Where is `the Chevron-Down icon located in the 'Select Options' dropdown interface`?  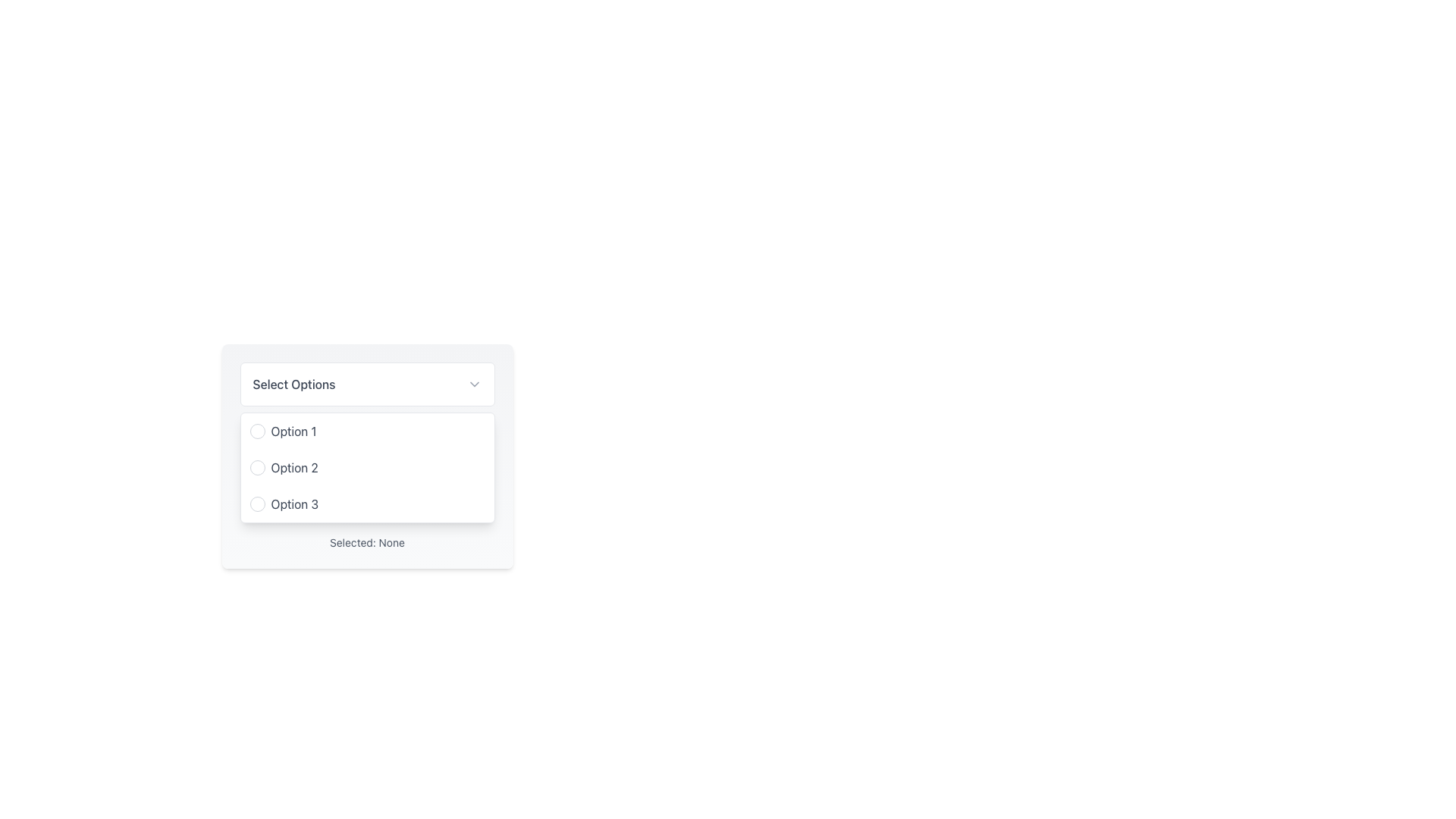 the Chevron-Down icon located in the 'Select Options' dropdown interface is located at coordinates (473, 383).